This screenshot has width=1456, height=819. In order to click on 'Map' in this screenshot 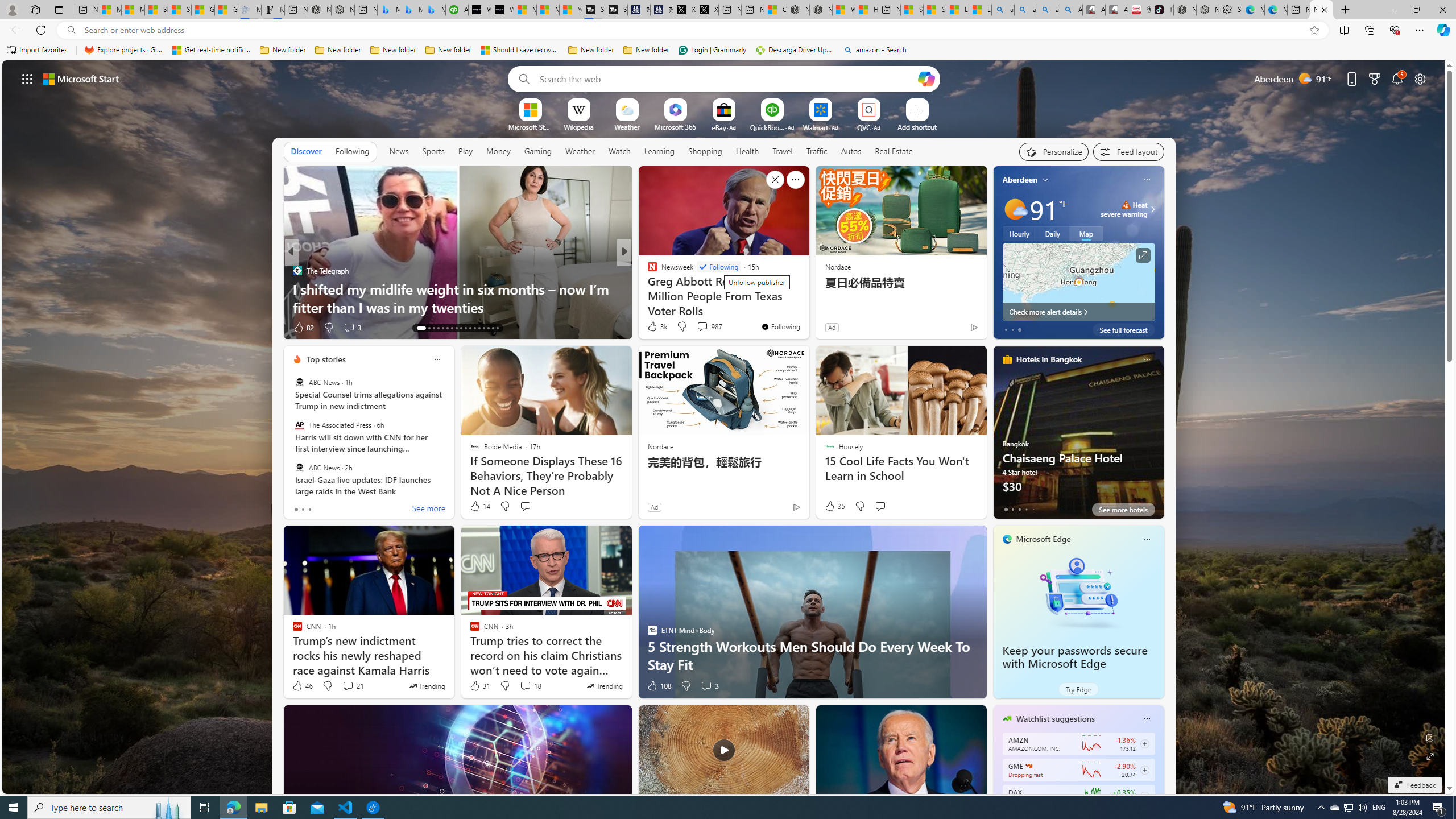, I will do `click(1085, 233)`.